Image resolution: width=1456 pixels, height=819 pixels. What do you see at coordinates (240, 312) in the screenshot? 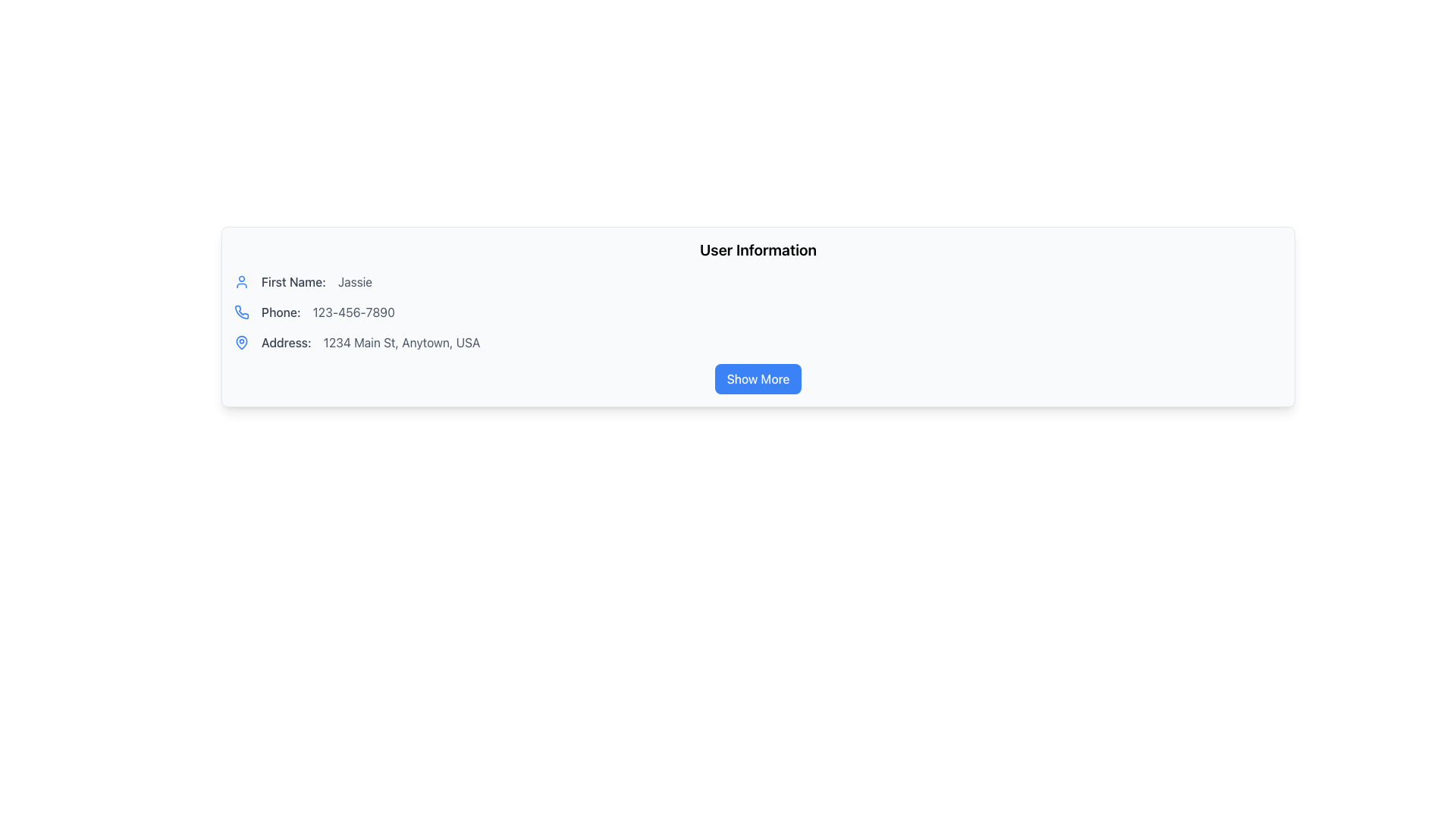
I see `the blue phone icon located to the left of the 'Phone: 123-456-7890' text` at bounding box center [240, 312].